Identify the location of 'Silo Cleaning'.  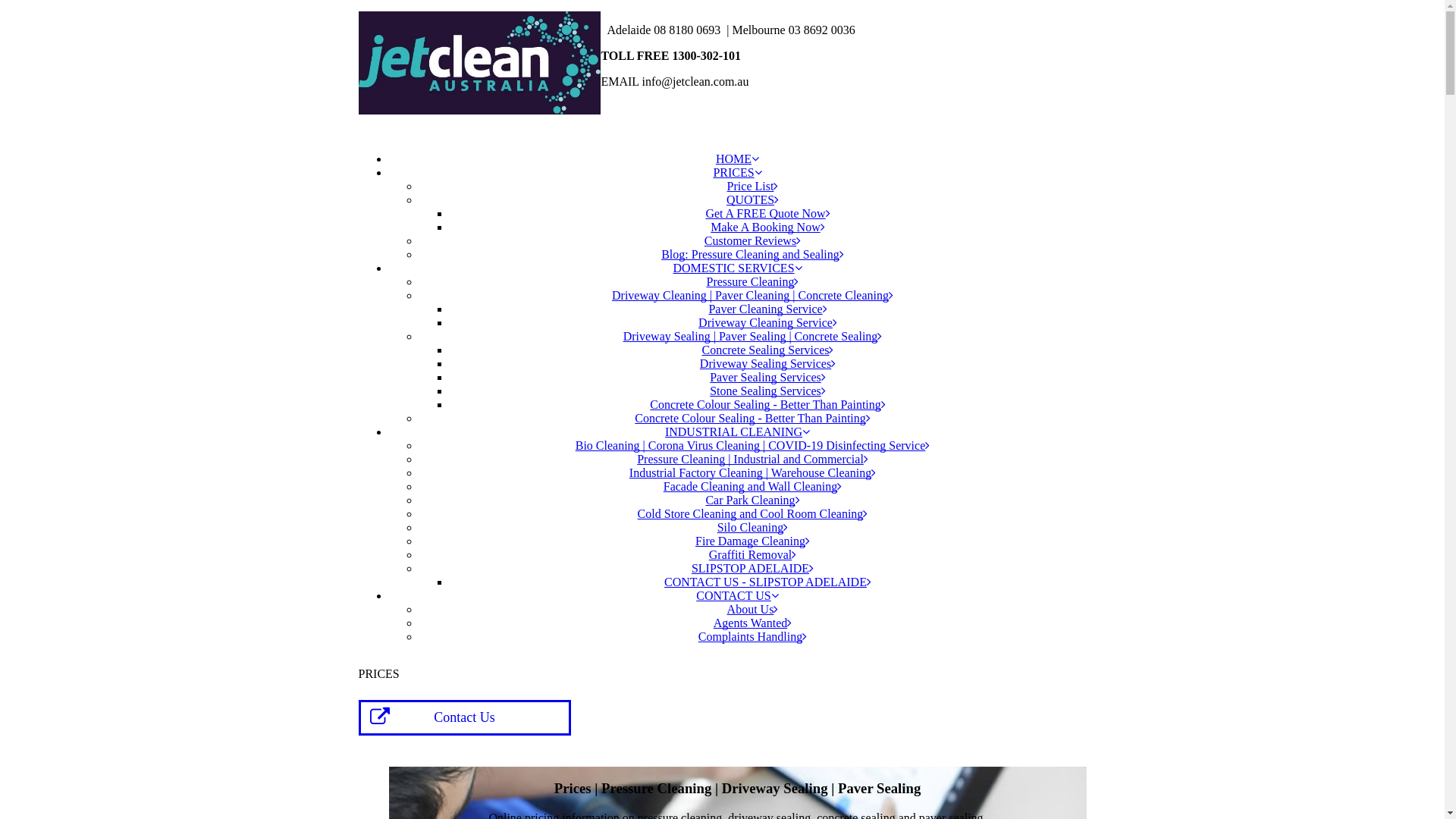
(716, 526).